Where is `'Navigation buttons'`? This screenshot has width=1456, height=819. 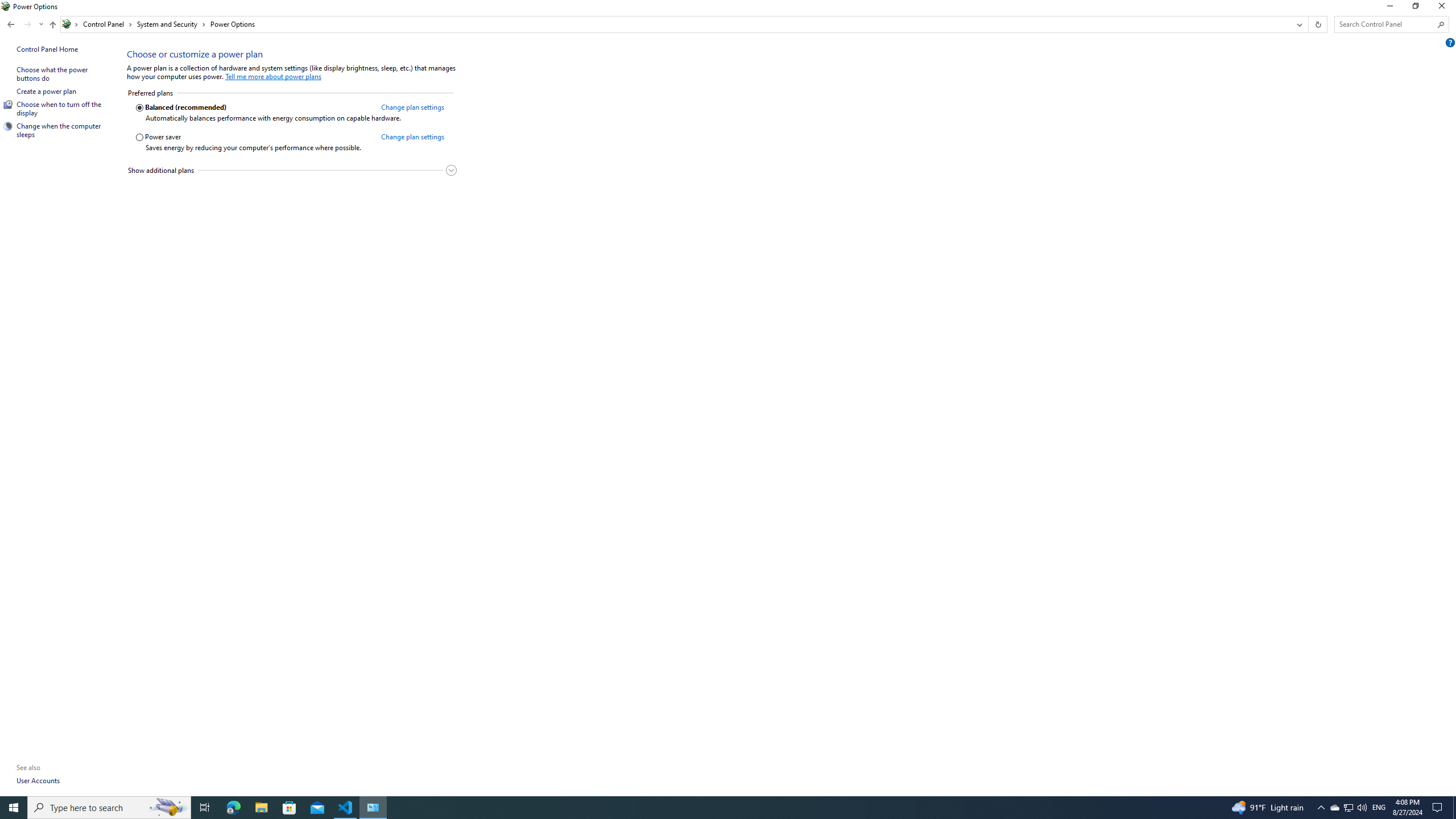
'Navigation buttons' is located at coordinates (24, 24).